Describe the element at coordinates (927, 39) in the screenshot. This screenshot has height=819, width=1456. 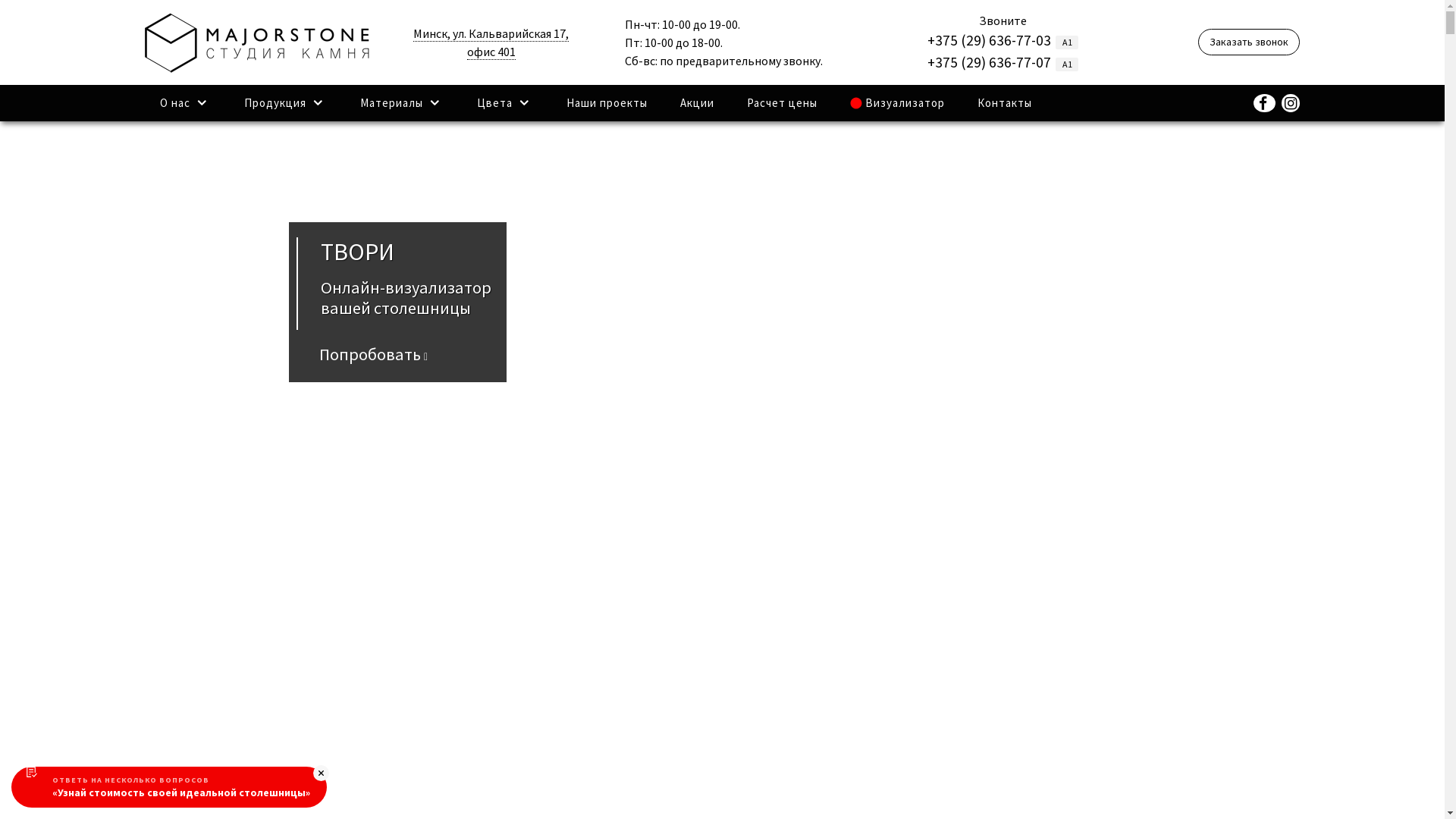
I see `'+375 (29) 636-77-03'` at that location.